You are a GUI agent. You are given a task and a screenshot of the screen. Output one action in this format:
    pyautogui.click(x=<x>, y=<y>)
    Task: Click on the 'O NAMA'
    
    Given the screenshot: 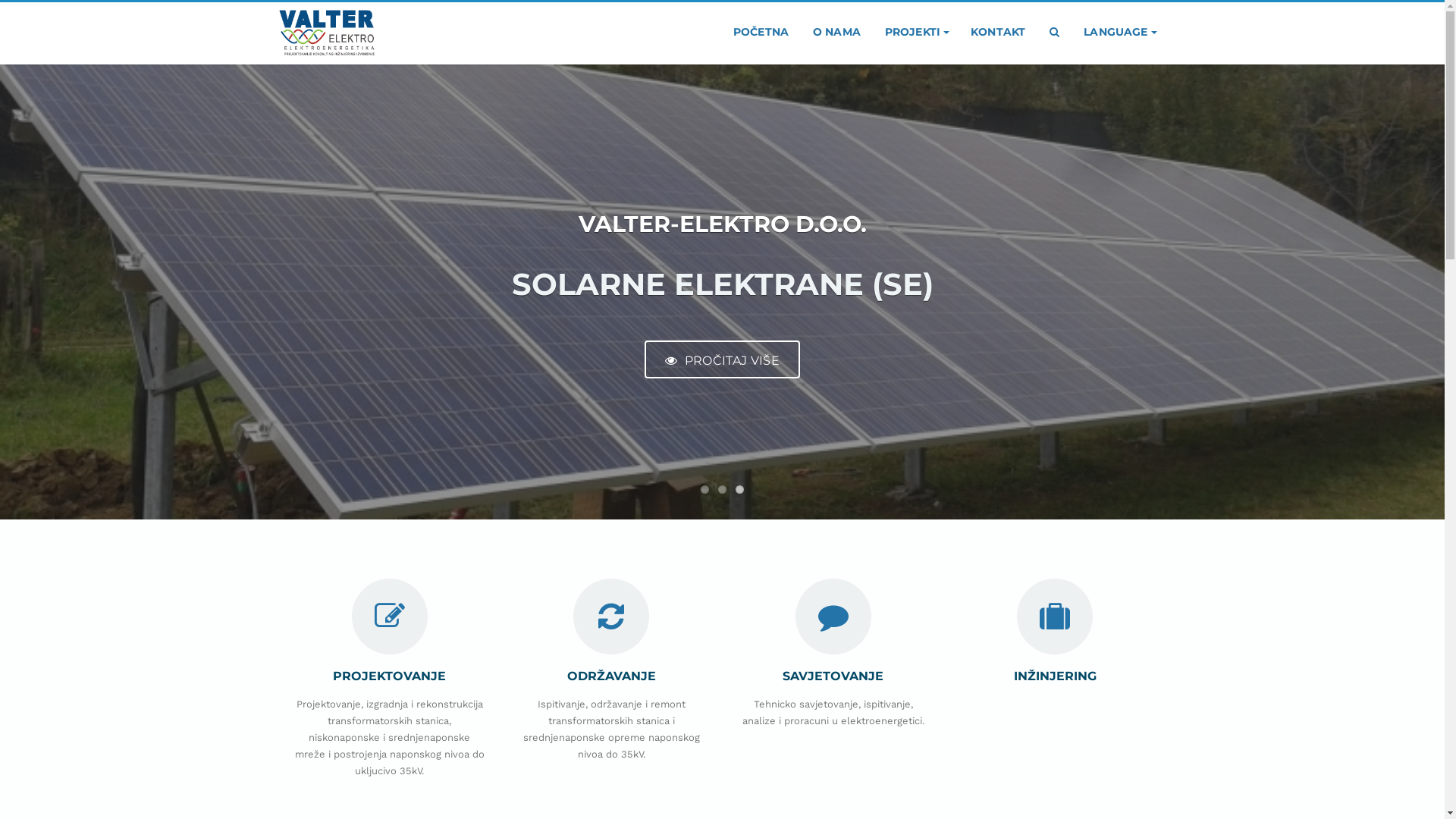 What is the action you would take?
    pyautogui.click(x=836, y=32)
    